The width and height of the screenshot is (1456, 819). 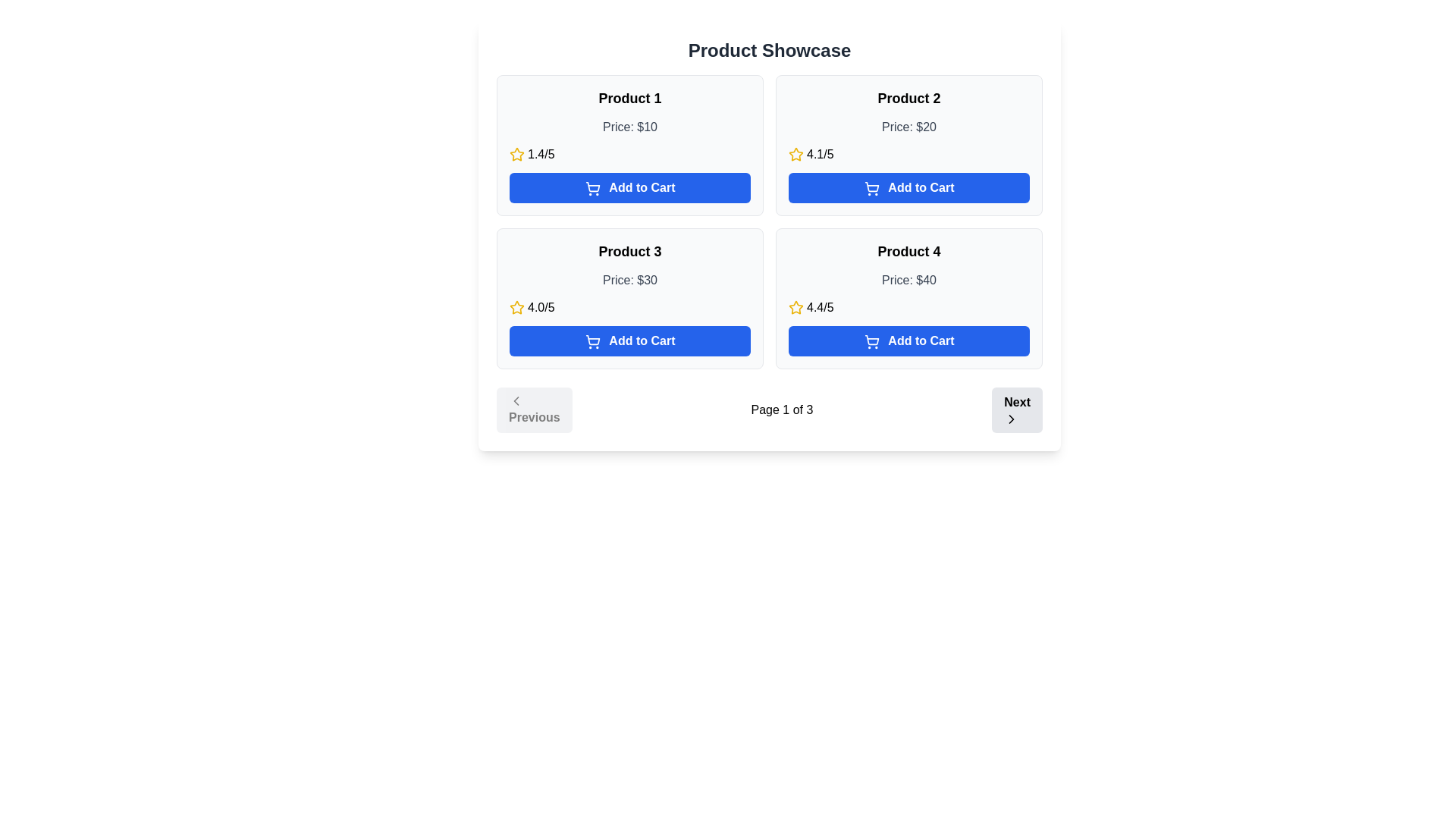 What do you see at coordinates (534, 409) in the screenshot?
I see `the 'Previous' button located at the bottom left of the navigation bar` at bounding box center [534, 409].